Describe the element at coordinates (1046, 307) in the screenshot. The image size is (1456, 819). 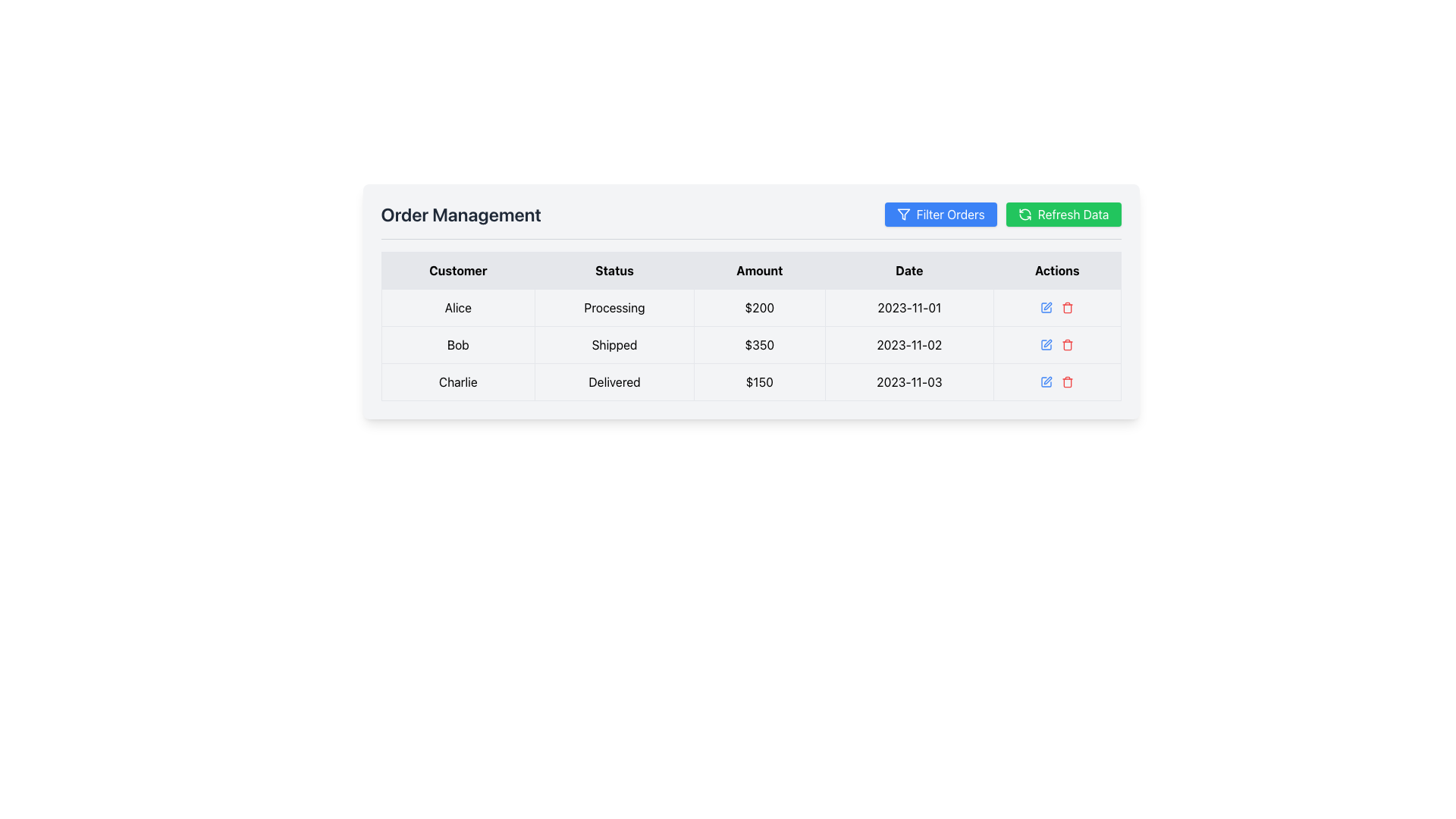
I see `the edit button in the 'Actions' column of the second row for the customer 'Bob'` at that location.